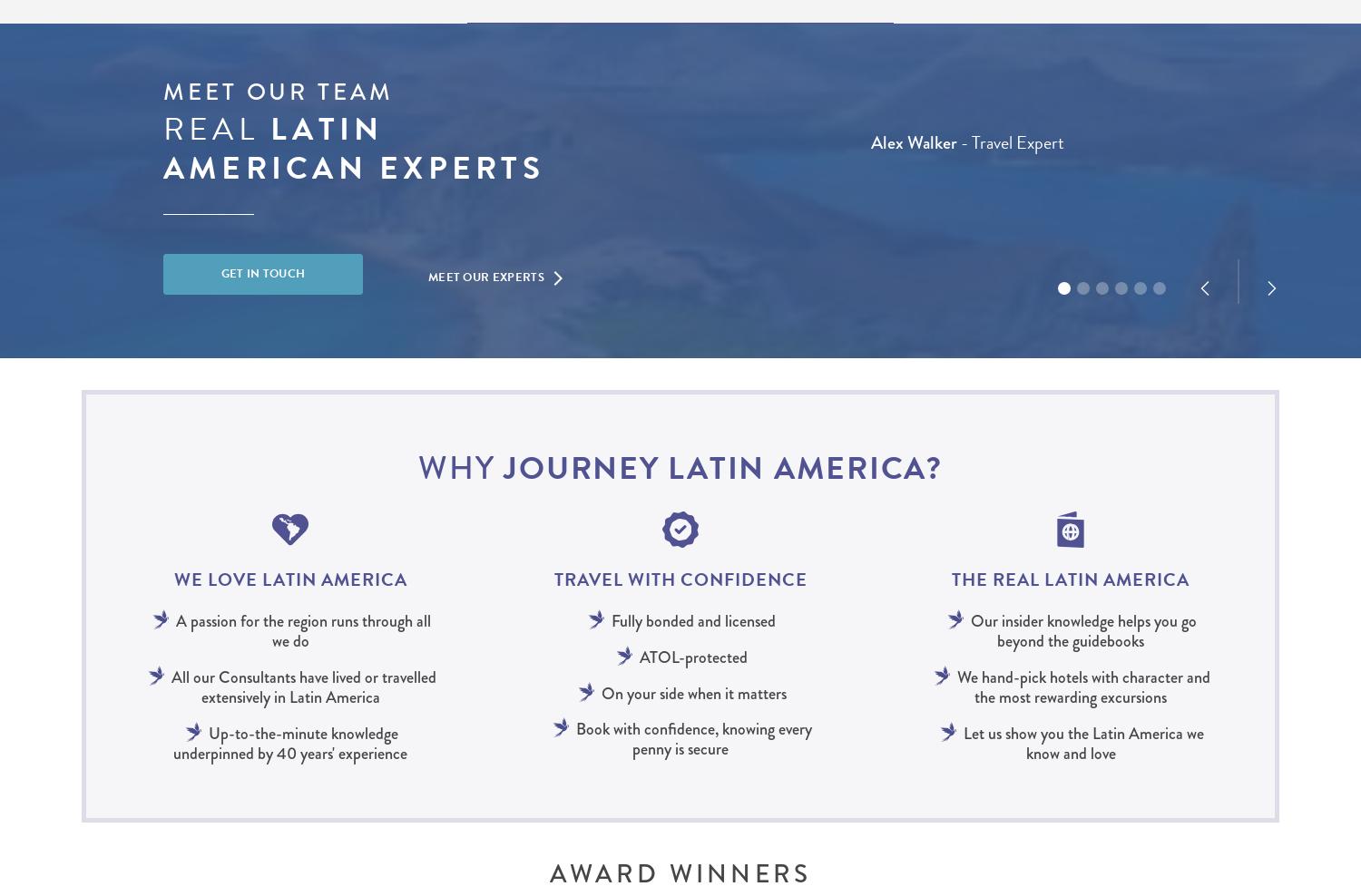 The image size is (1361, 896). What do you see at coordinates (262, 272) in the screenshot?
I see `'Get in touch'` at bounding box center [262, 272].